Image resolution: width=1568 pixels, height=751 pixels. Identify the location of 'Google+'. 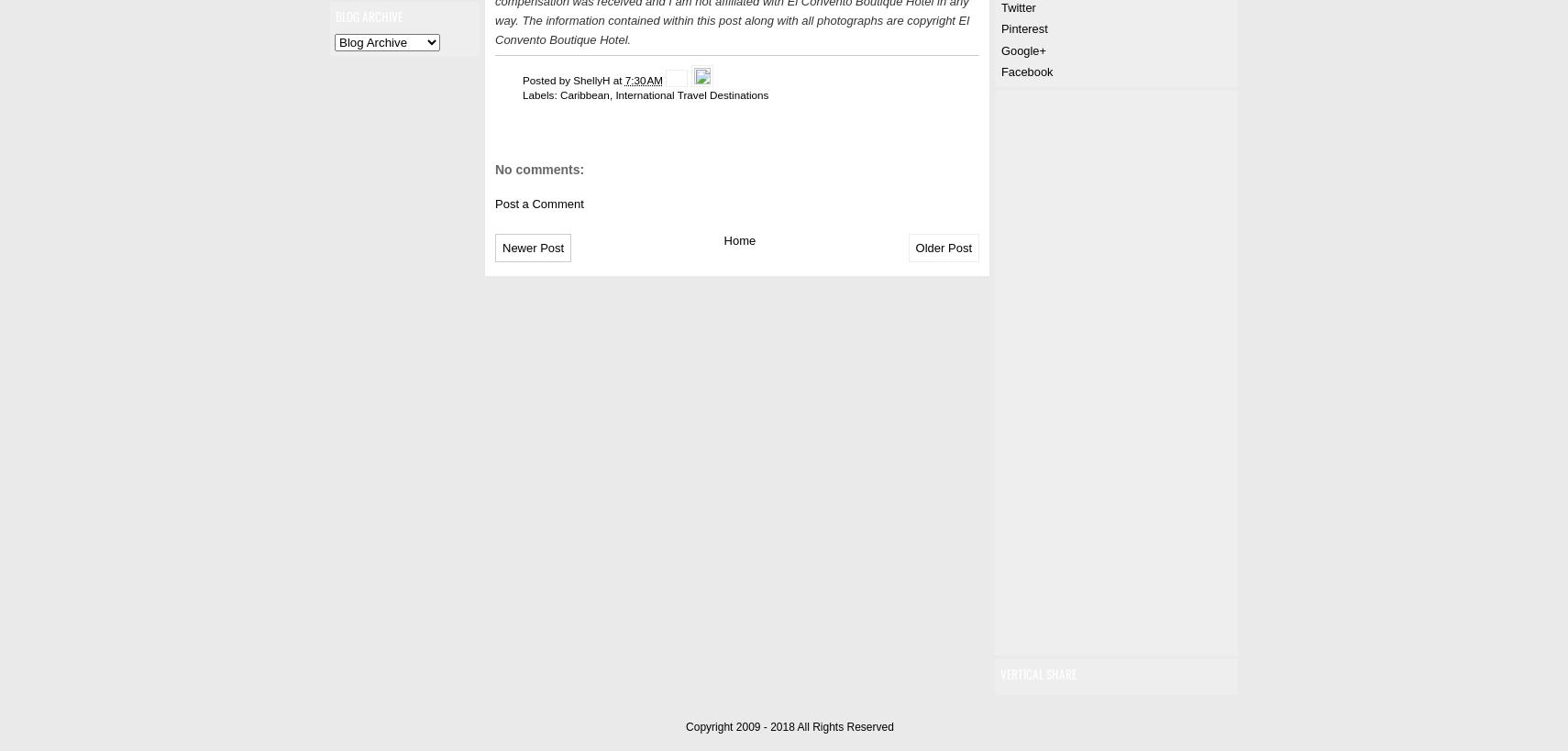
(1021, 49).